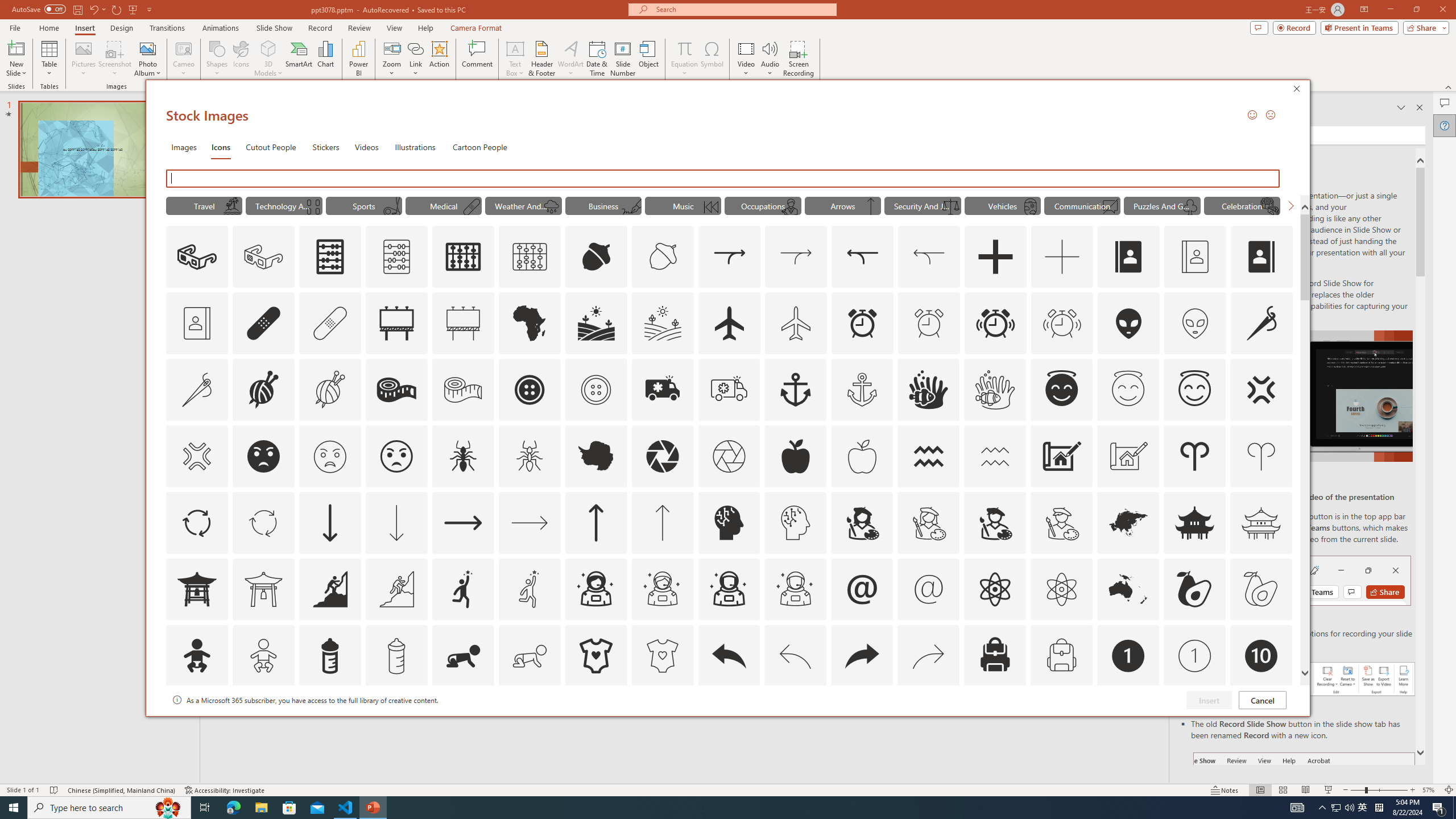  Describe the element at coordinates (725, 178) in the screenshot. I see `'Search Icons'` at that location.